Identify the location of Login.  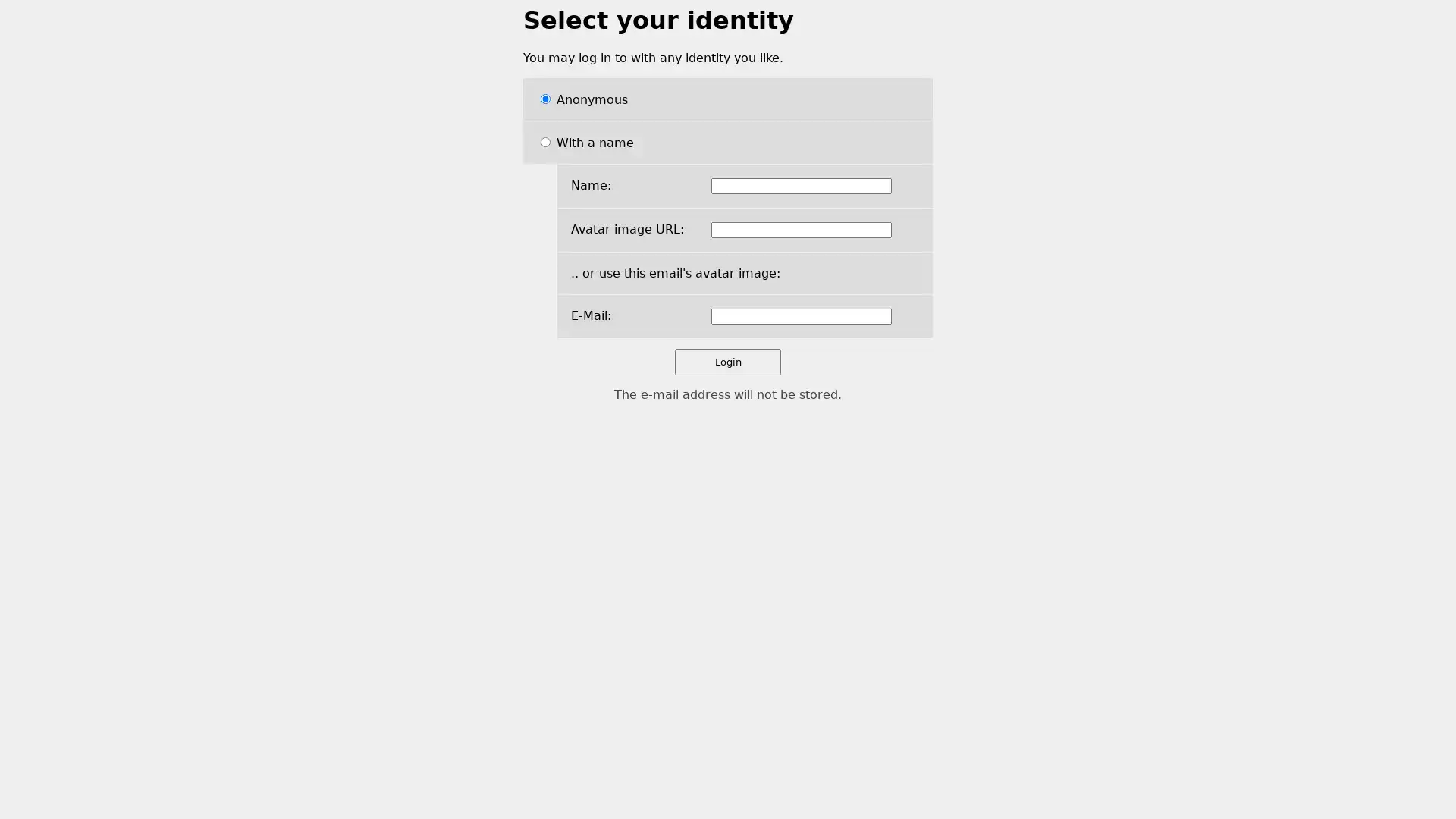
(728, 362).